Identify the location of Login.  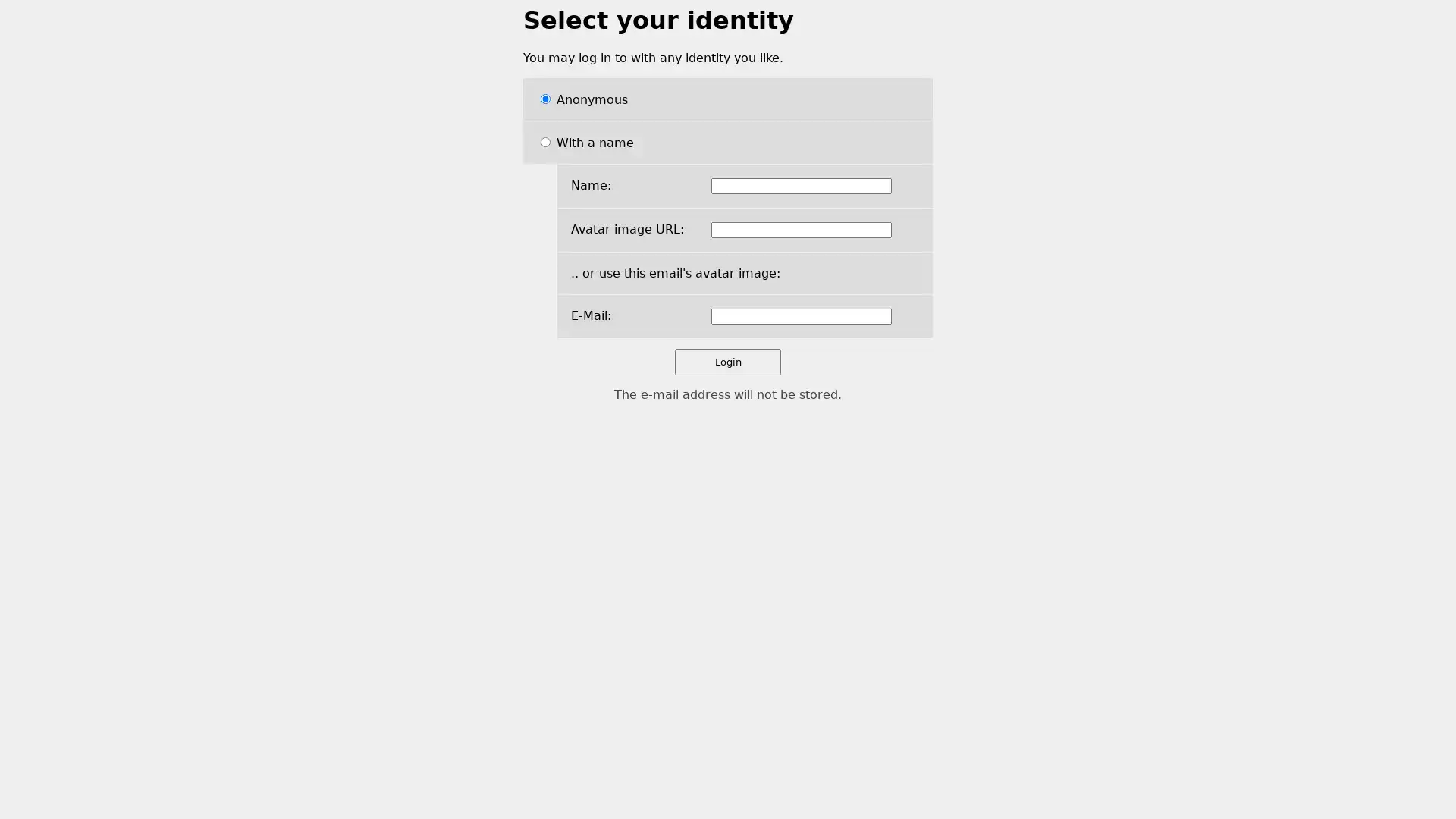
(728, 362).